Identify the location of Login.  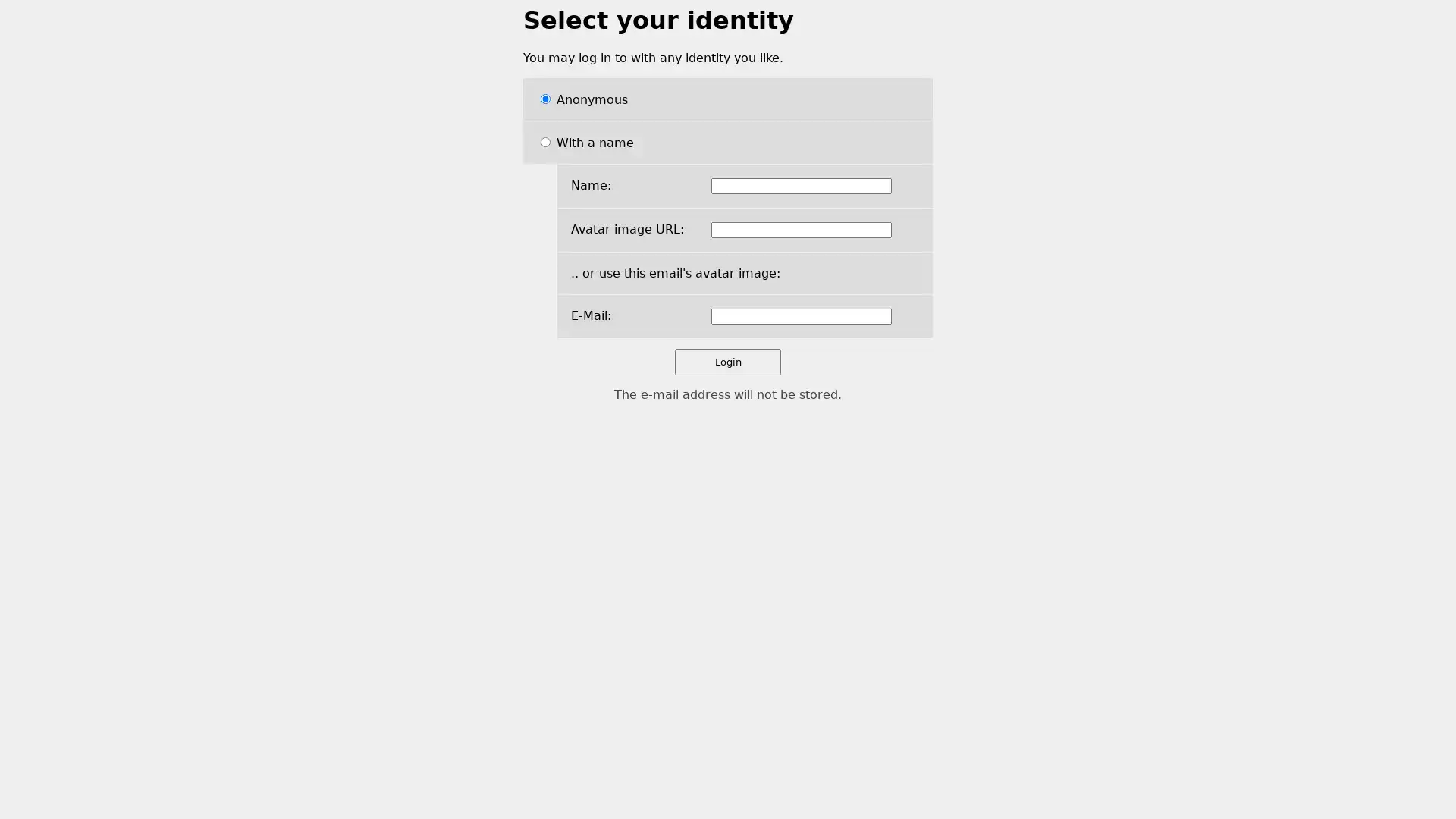
(728, 362).